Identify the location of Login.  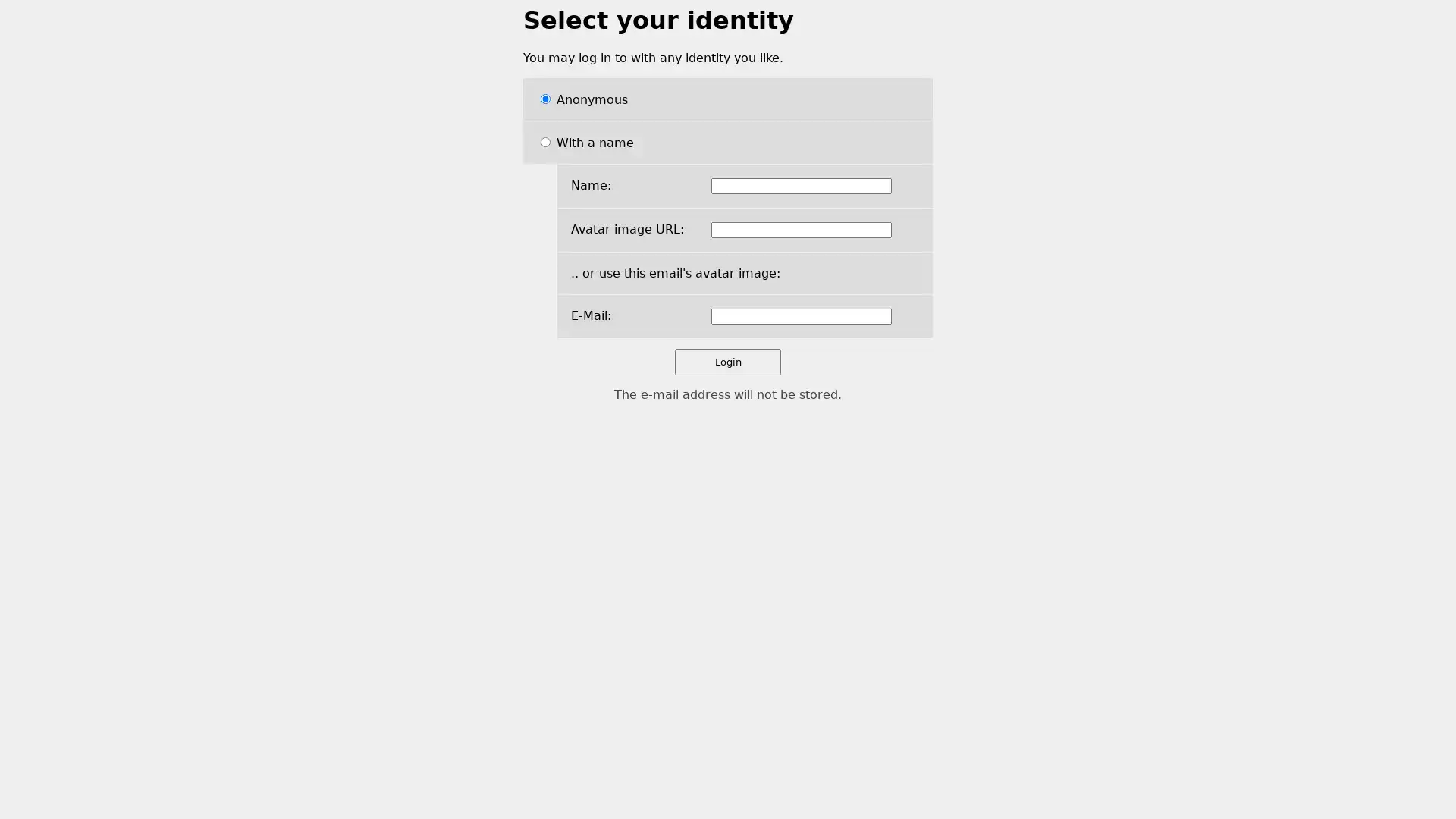
(728, 362).